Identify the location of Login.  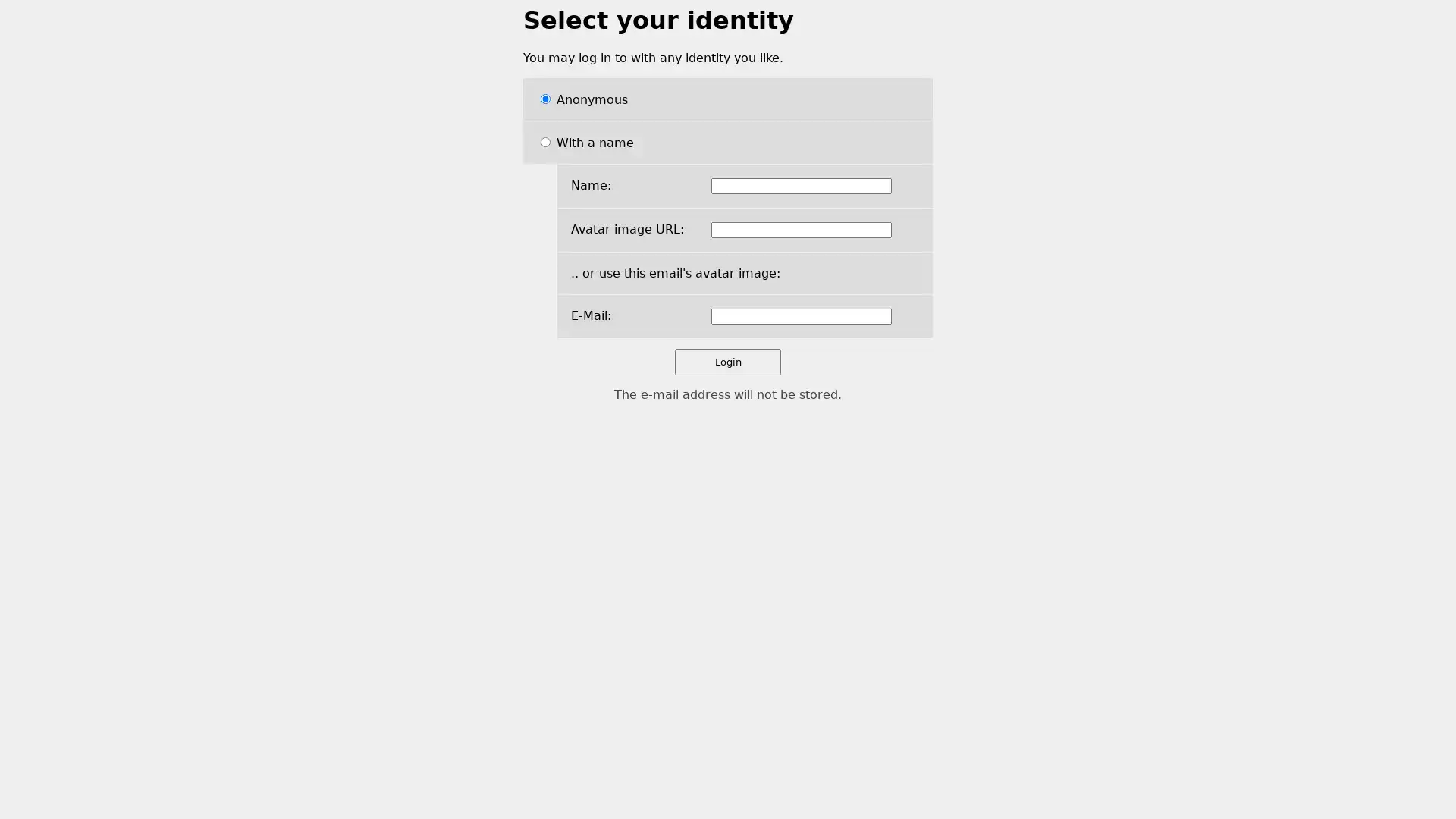
(728, 362).